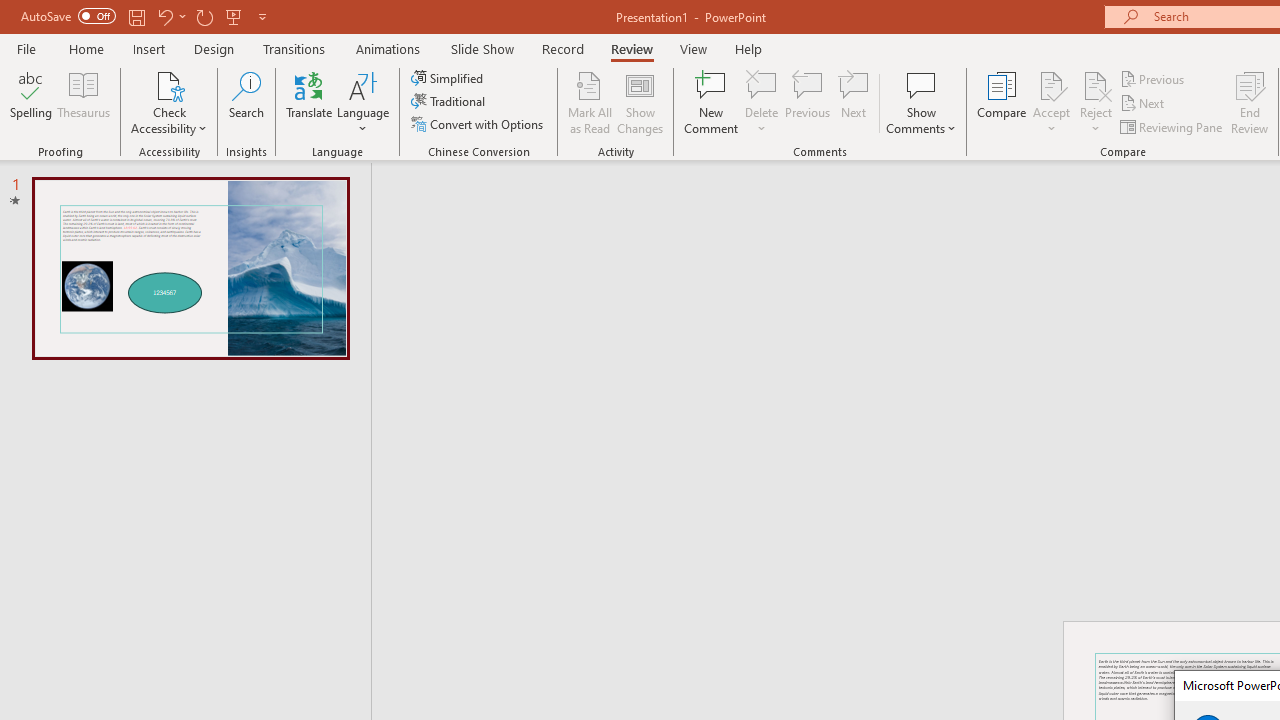 The width and height of the screenshot is (1280, 720). What do you see at coordinates (1144, 103) in the screenshot?
I see `'Next'` at bounding box center [1144, 103].